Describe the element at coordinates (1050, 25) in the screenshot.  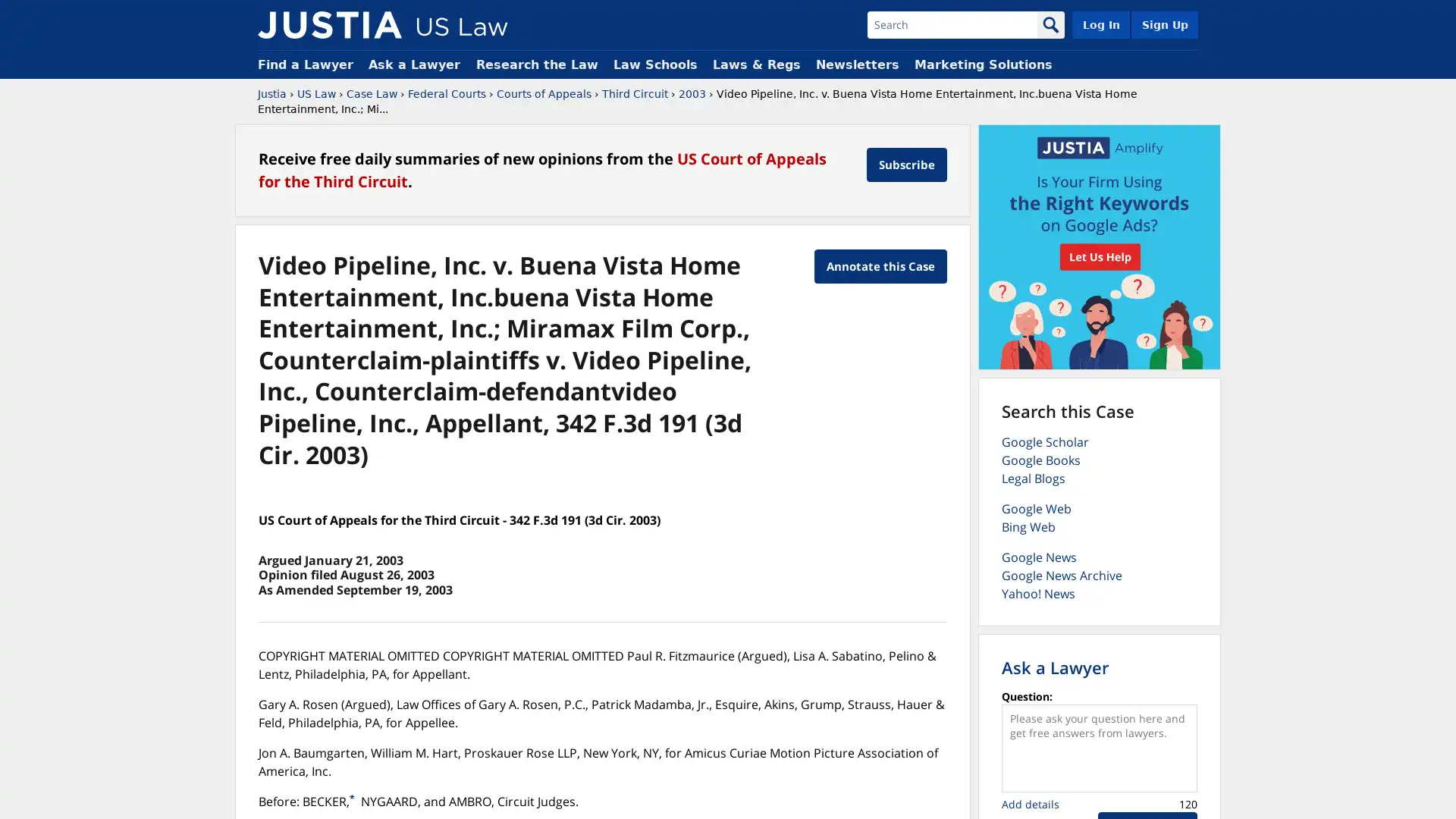
I see `search` at that location.